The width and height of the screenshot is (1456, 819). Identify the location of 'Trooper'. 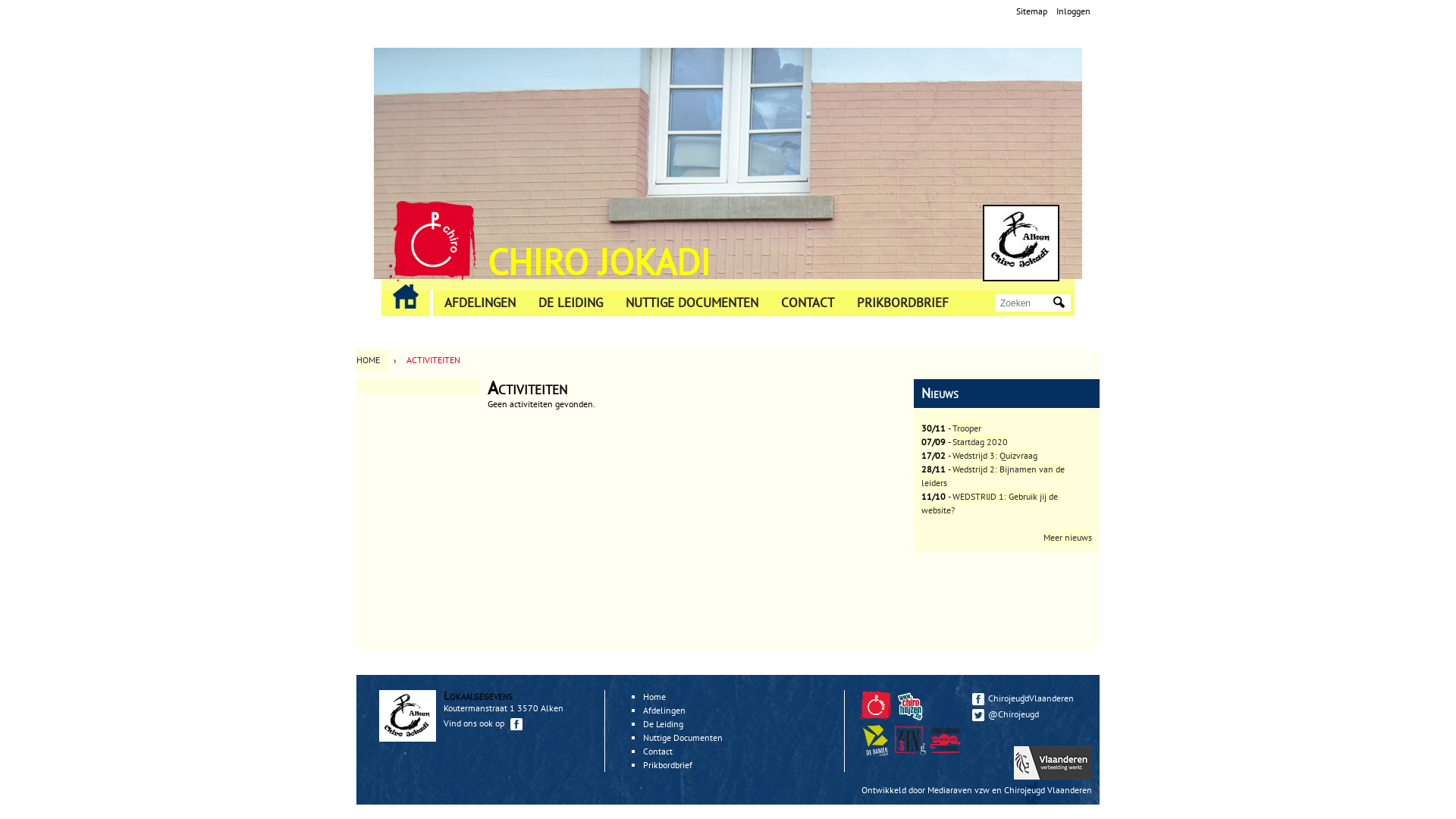
(966, 428).